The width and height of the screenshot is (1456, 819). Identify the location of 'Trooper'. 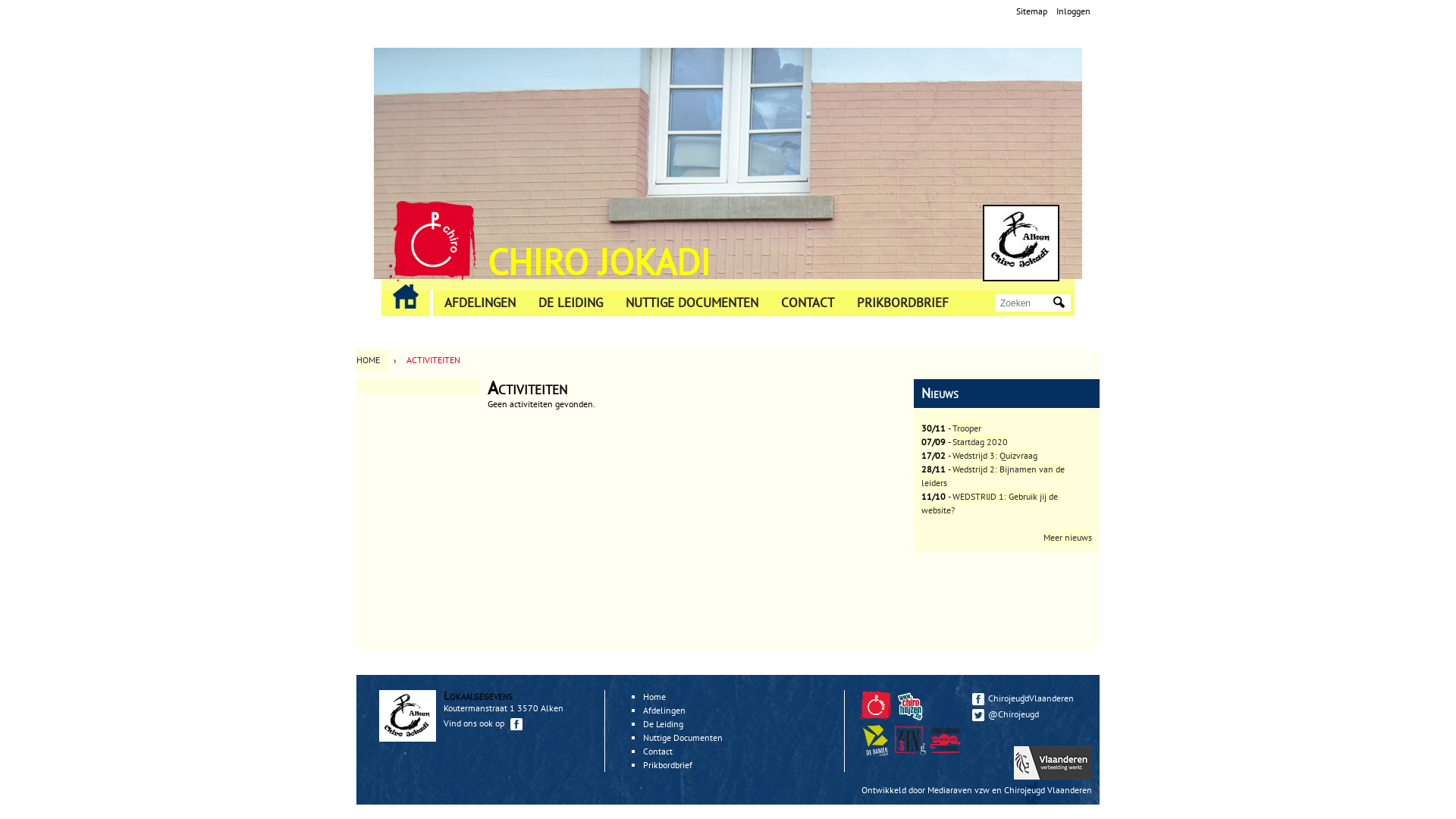
(966, 428).